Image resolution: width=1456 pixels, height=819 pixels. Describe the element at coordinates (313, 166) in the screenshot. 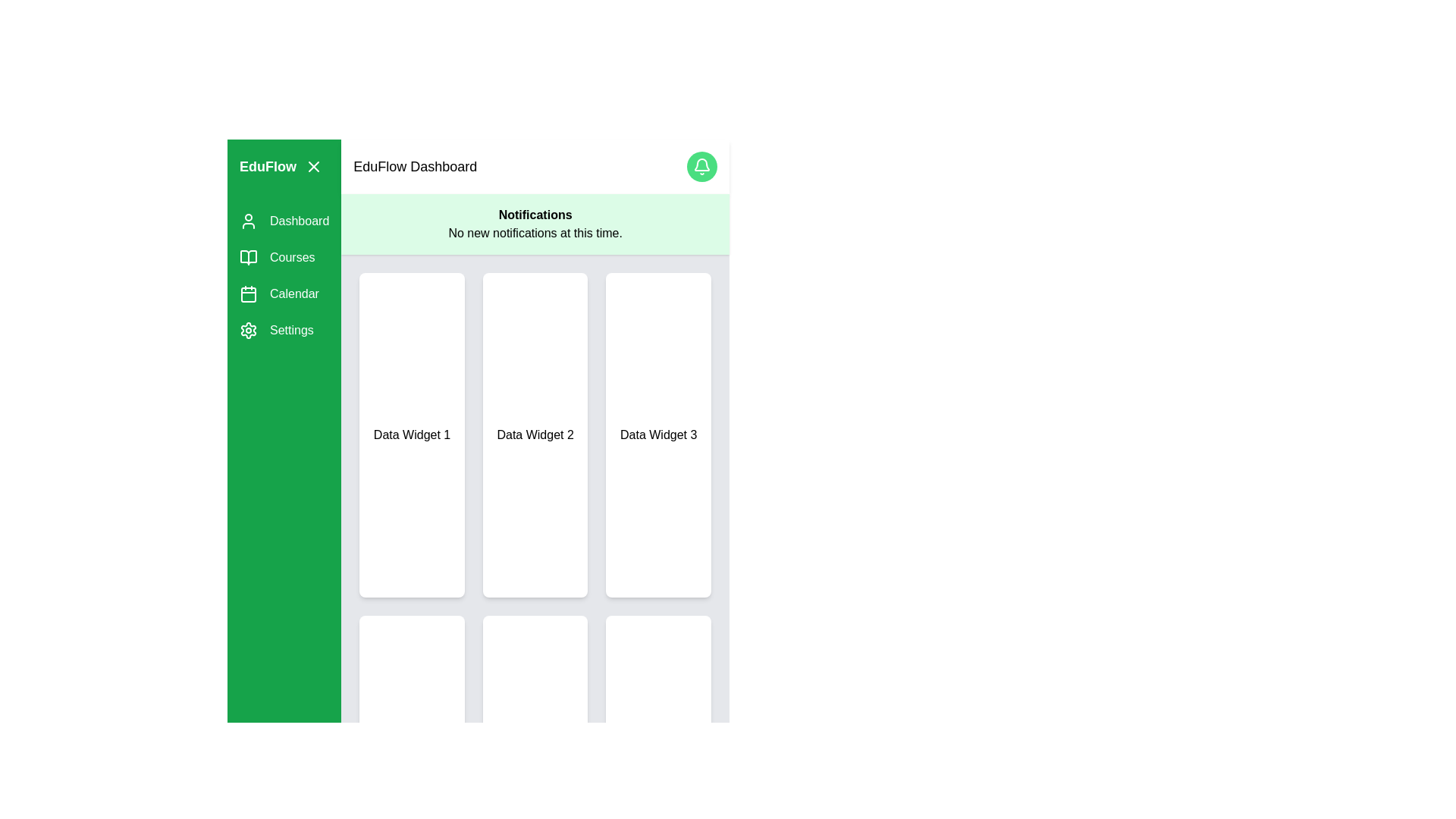

I see `the Close icon located near the top right corner of the header section` at that location.